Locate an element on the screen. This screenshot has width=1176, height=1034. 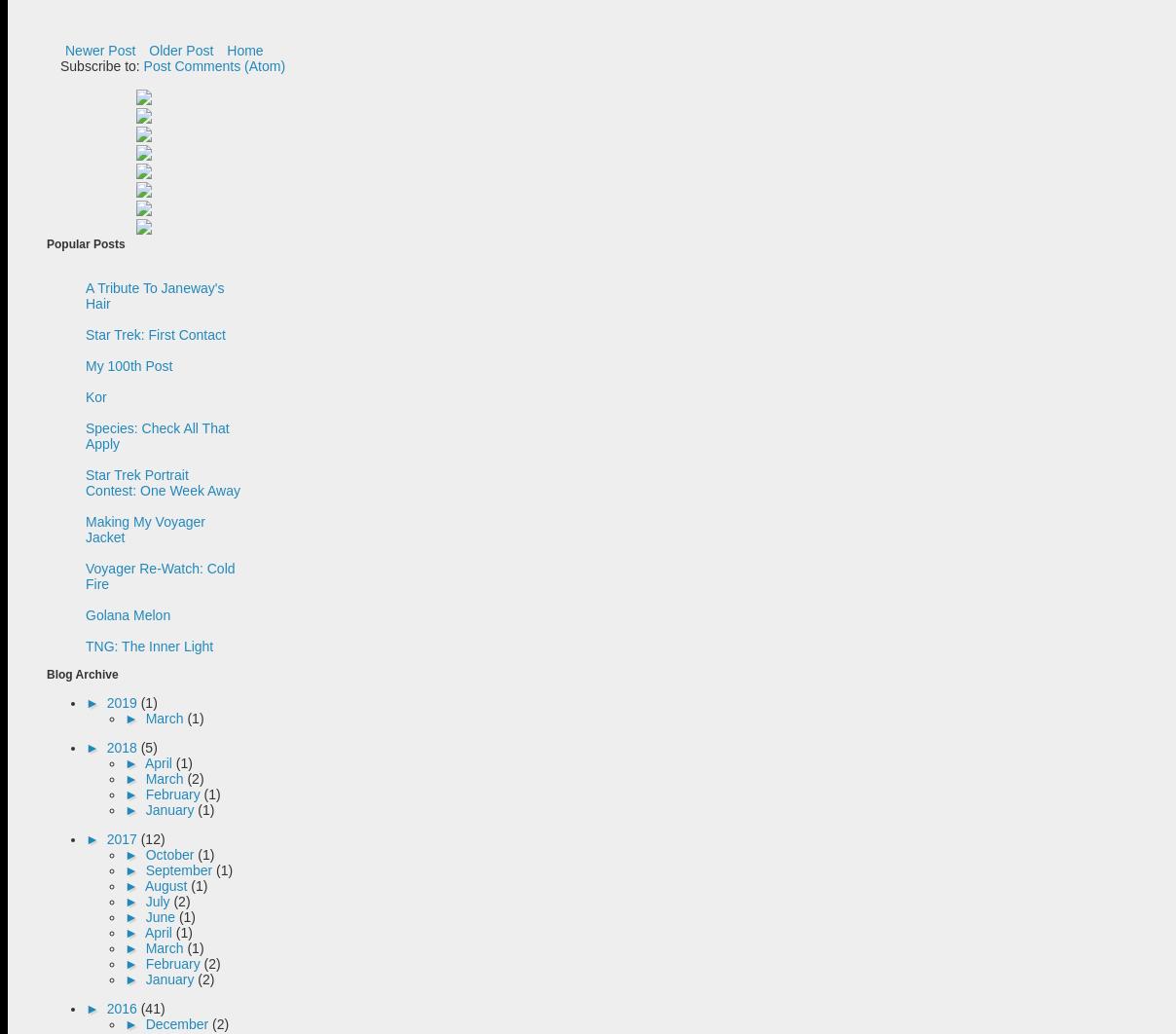
'Newer Post' is located at coordinates (99, 51).